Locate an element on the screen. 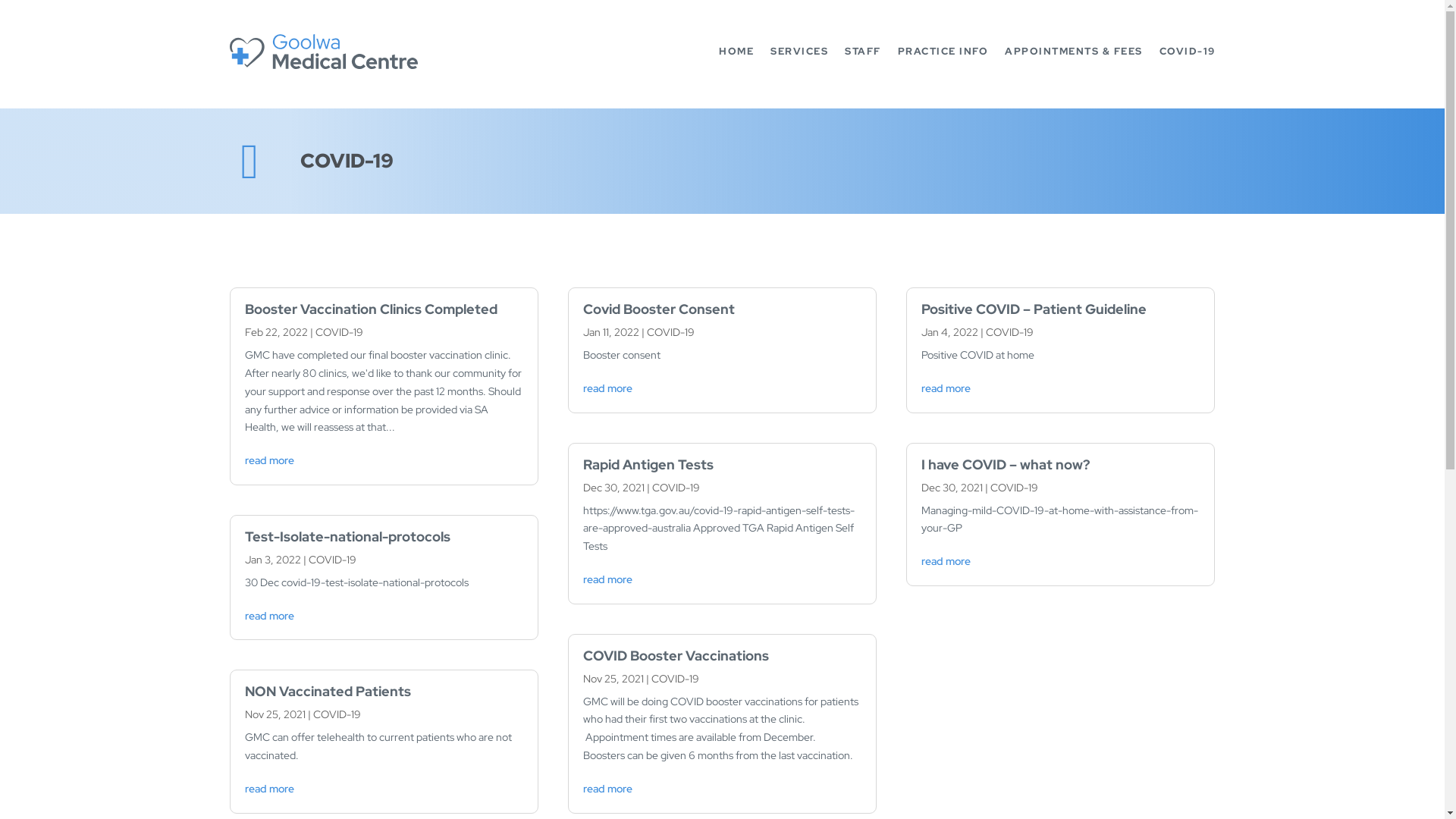 Image resolution: width=1456 pixels, height=819 pixels. 'COVID-19' is located at coordinates (1014, 488).